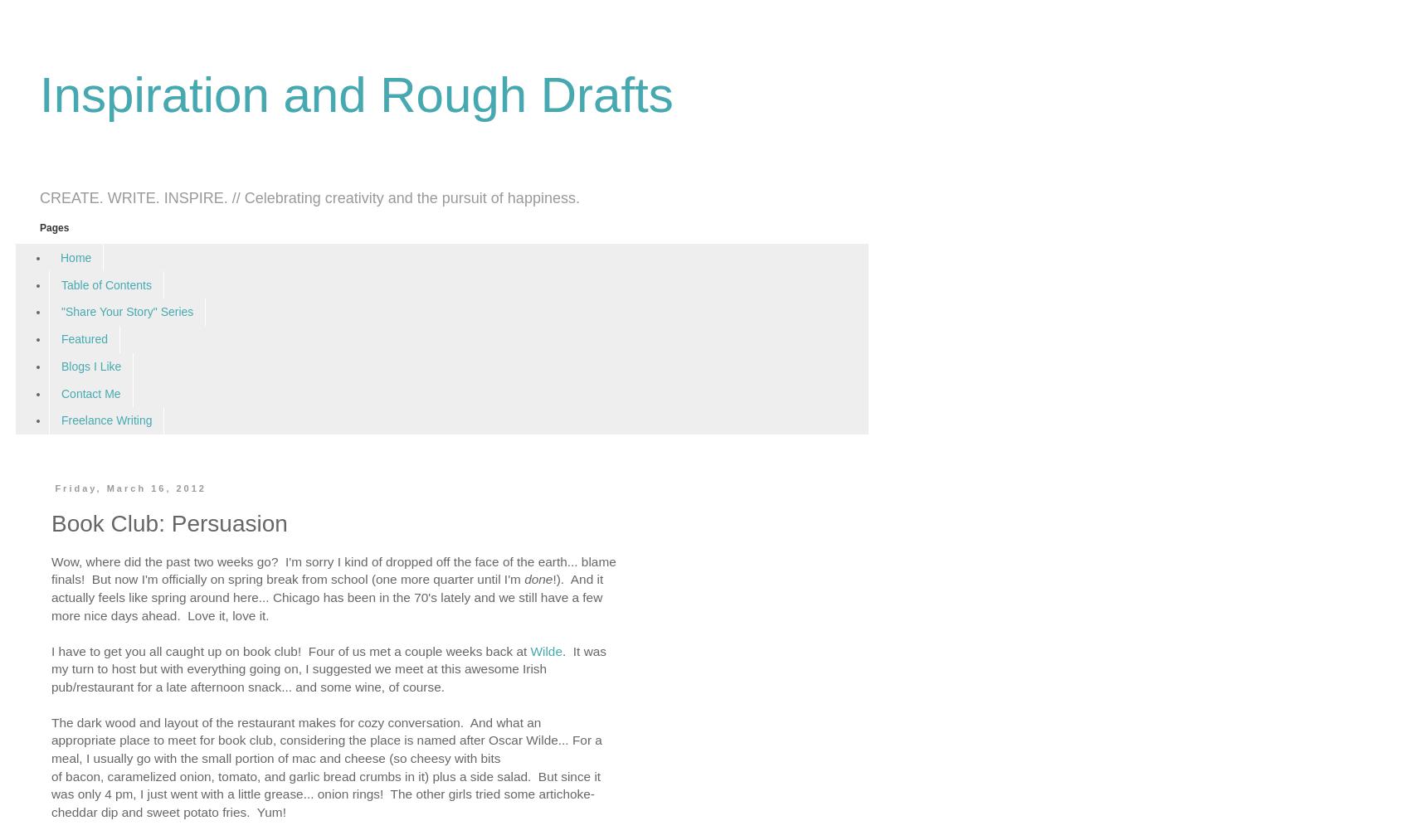 The width and height of the screenshot is (1417, 840). What do you see at coordinates (329, 668) in the screenshot?
I see `'.  It was my turn to host but with everything going on, I suggested we meet at this awesome Irish pub/restaurant for a late afternoon snack... and some wine, of course.'` at bounding box center [329, 668].